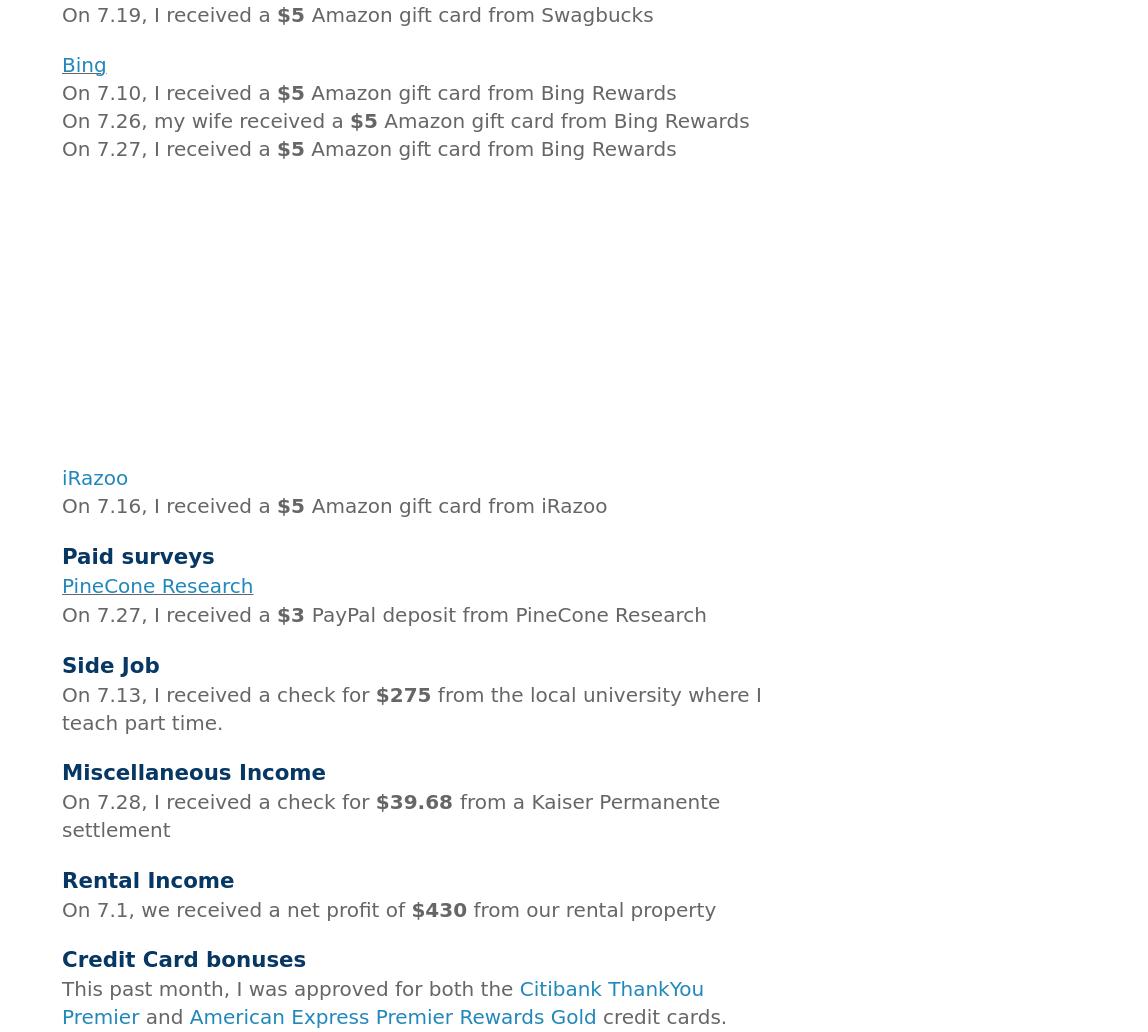 This screenshot has height=1032, width=1148. What do you see at coordinates (591, 907) in the screenshot?
I see `'from our rental
property'` at bounding box center [591, 907].